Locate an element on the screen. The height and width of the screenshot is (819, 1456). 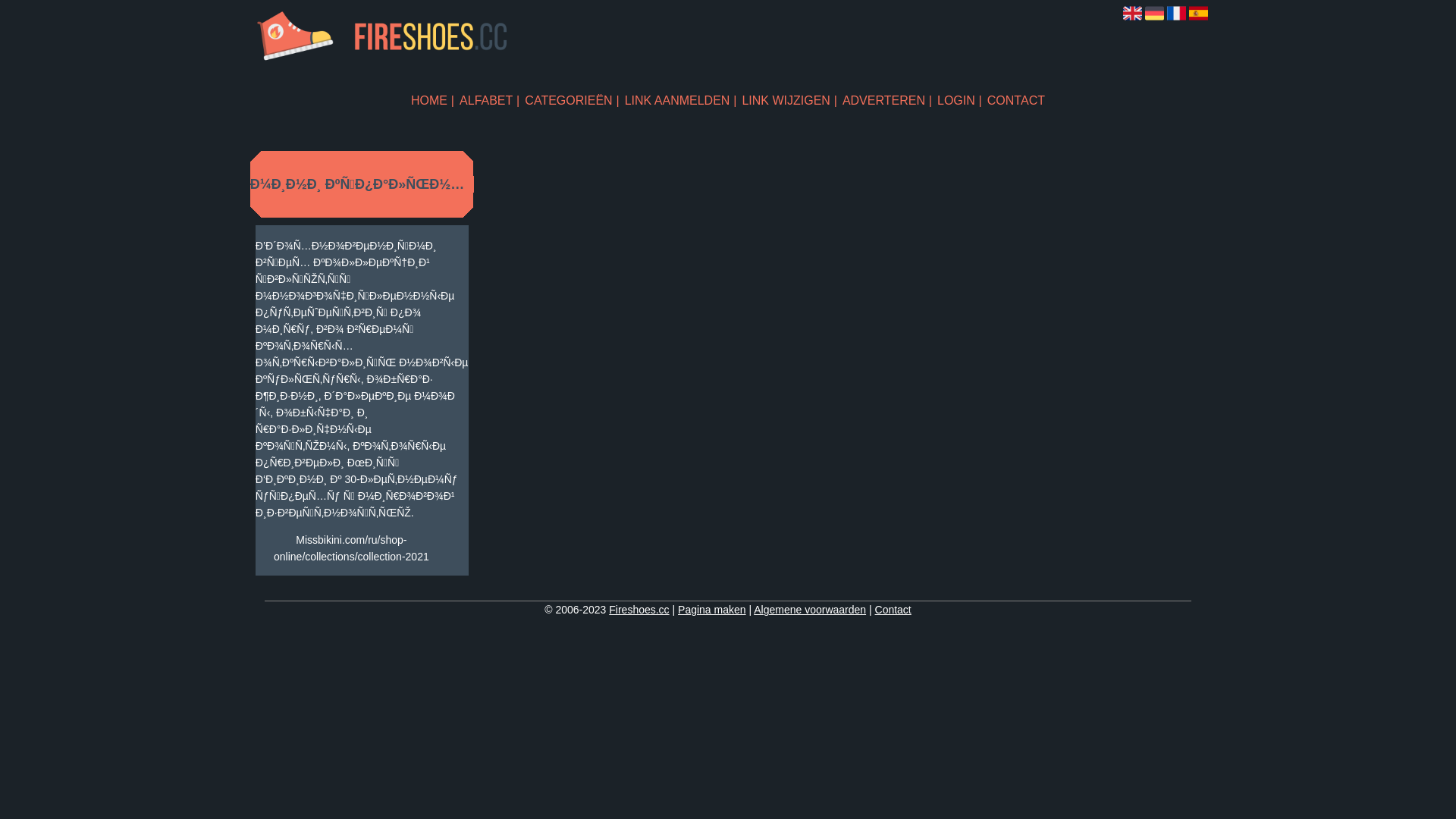
'LOGIN' is located at coordinates (959, 100).